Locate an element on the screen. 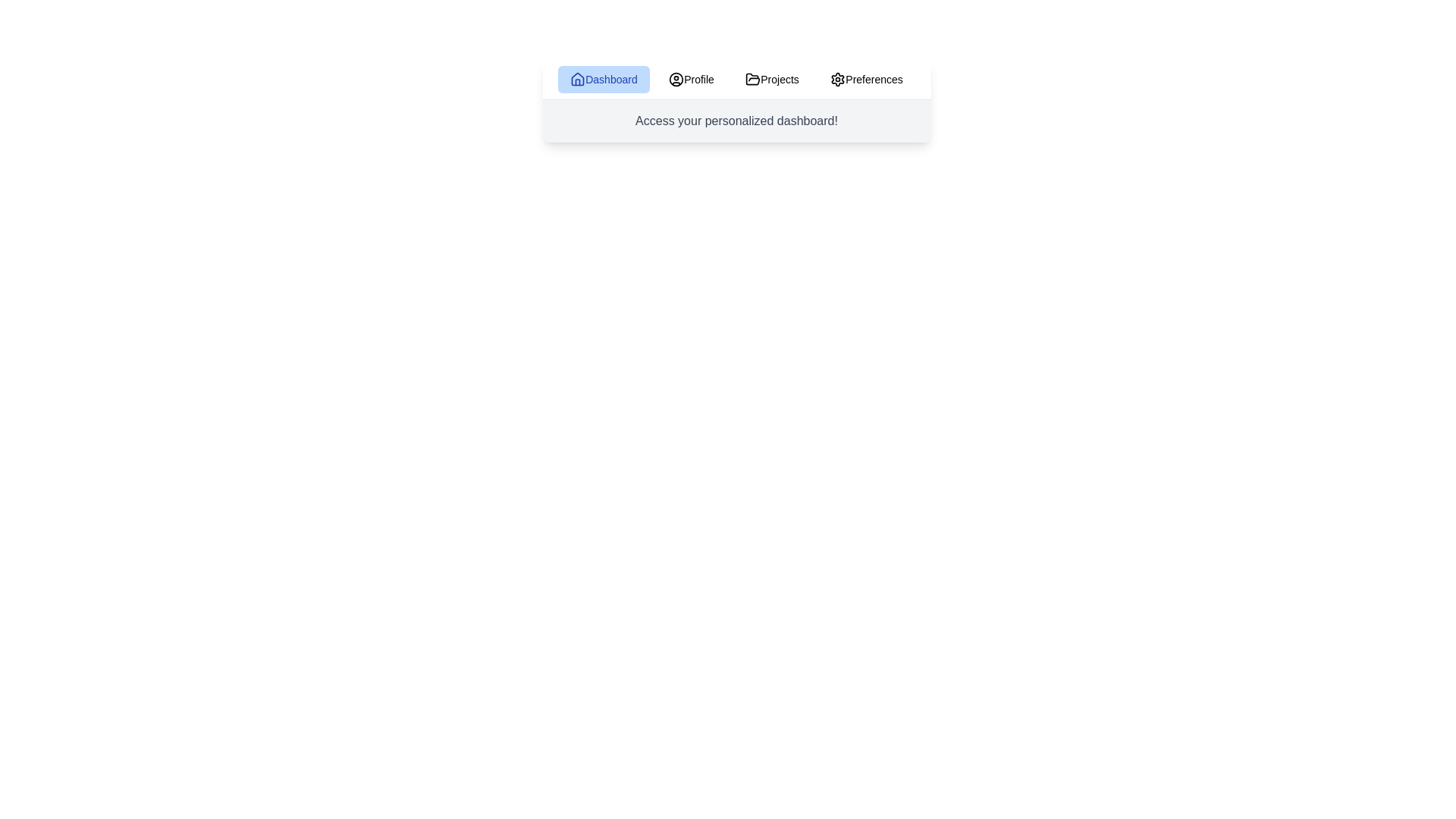 This screenshot has width=1456, height=819. the tab labeled Projects to view its content is located at coordinates (772, 79).